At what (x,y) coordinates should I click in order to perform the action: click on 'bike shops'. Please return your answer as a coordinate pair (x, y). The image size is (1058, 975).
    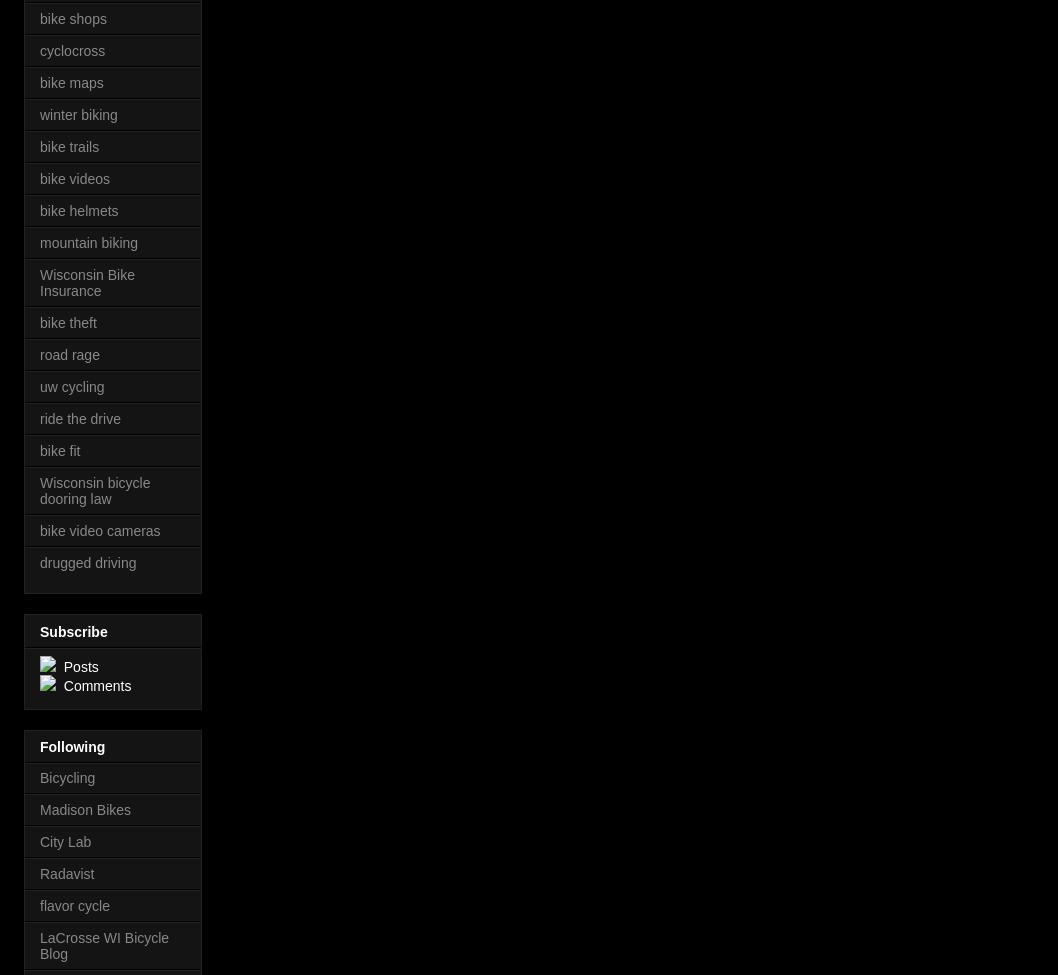
    Looking at the image, I should click on (73, 19).